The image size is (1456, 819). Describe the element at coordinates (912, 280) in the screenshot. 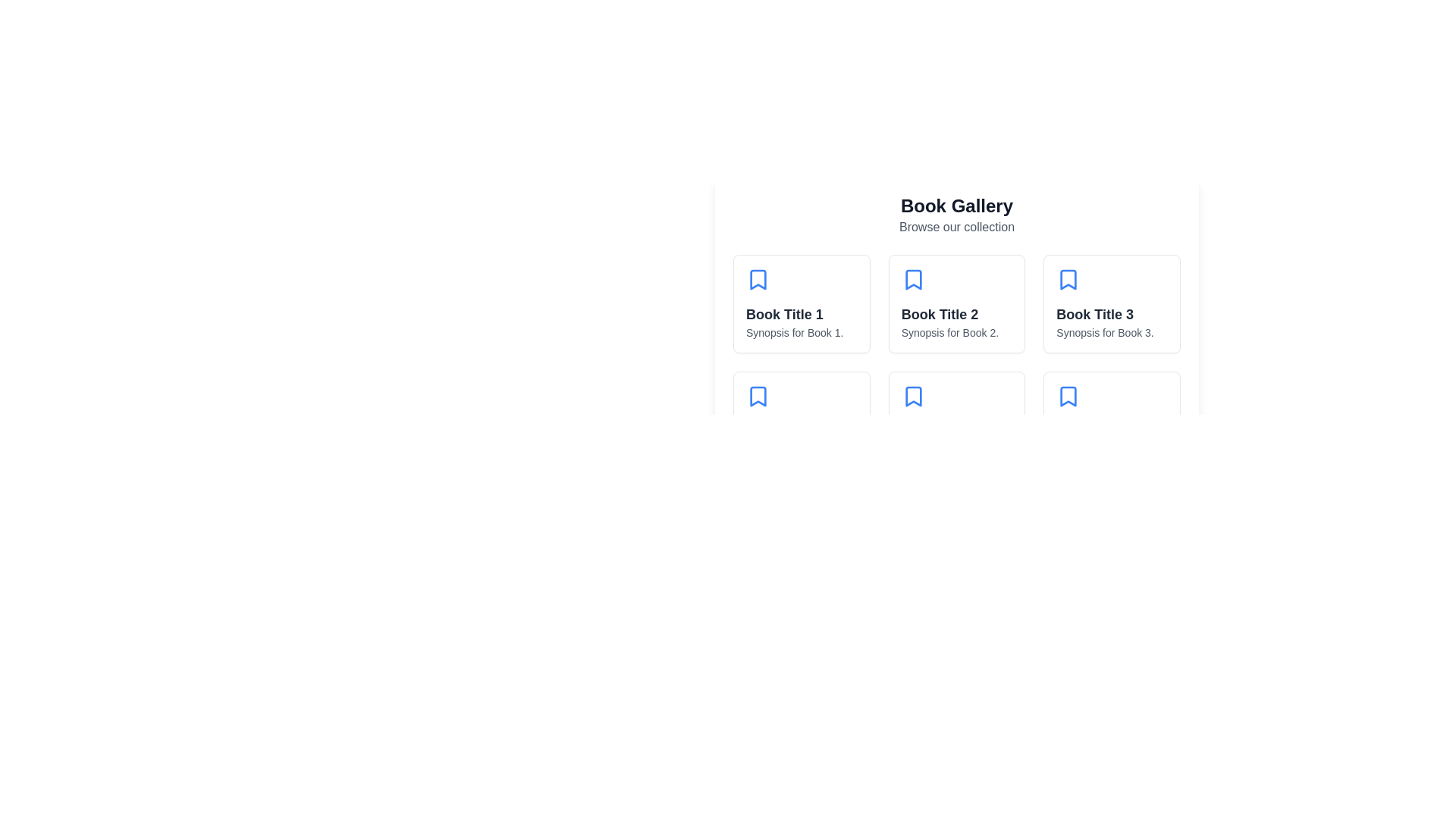

I see `the status icon in the header section of the 'Book Title 2' card, which allows users to save, bookmark, or mark the book as a favorite` at that location.